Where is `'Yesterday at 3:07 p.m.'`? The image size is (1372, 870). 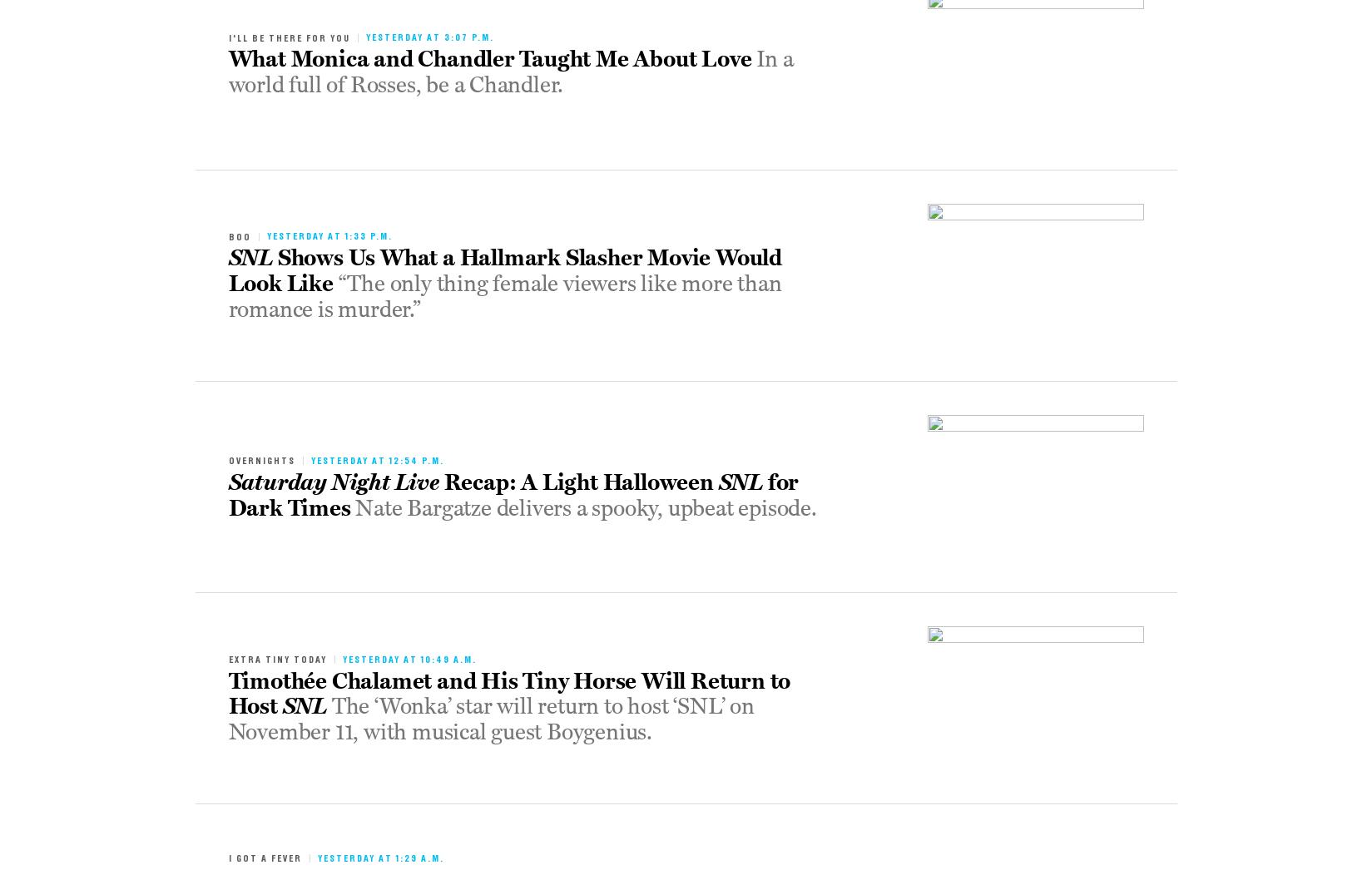
'Yesterday at 3:07 p.m.' is located at coordinates (428, 36).